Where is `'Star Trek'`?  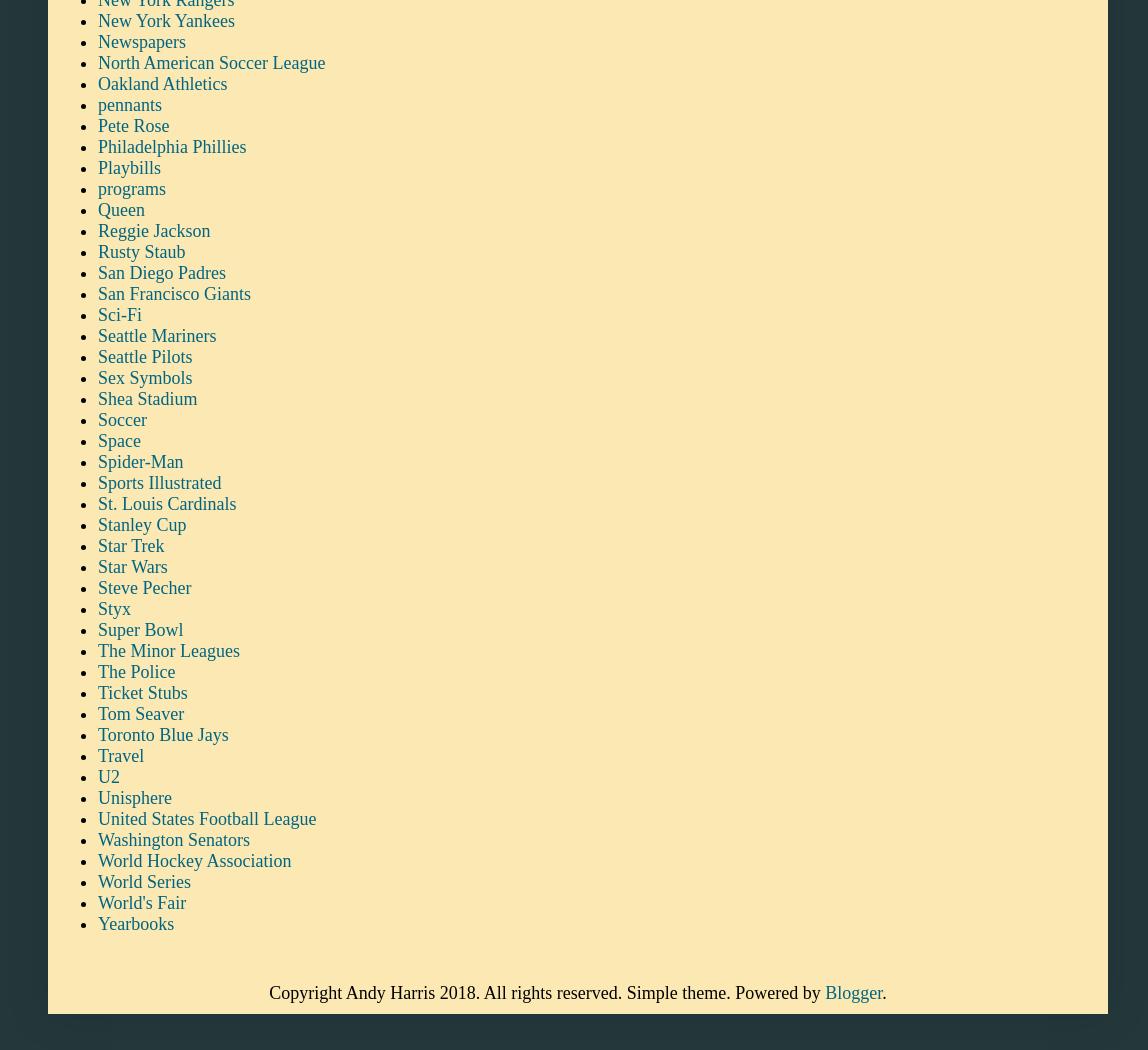
'Star Trek' is located at coordinates (130, 544).